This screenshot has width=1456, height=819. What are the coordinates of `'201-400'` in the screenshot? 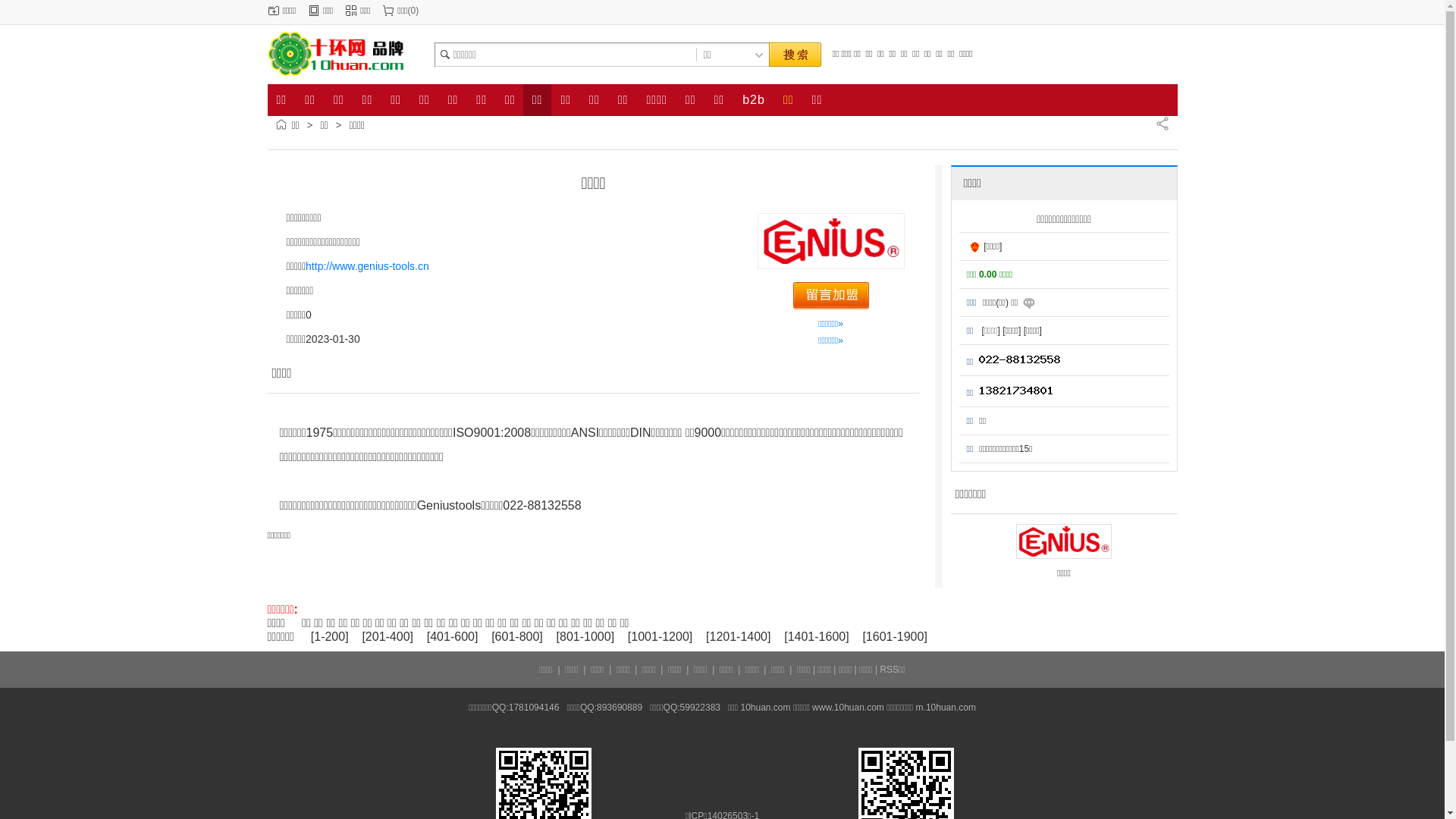 It's located at (388, 636).